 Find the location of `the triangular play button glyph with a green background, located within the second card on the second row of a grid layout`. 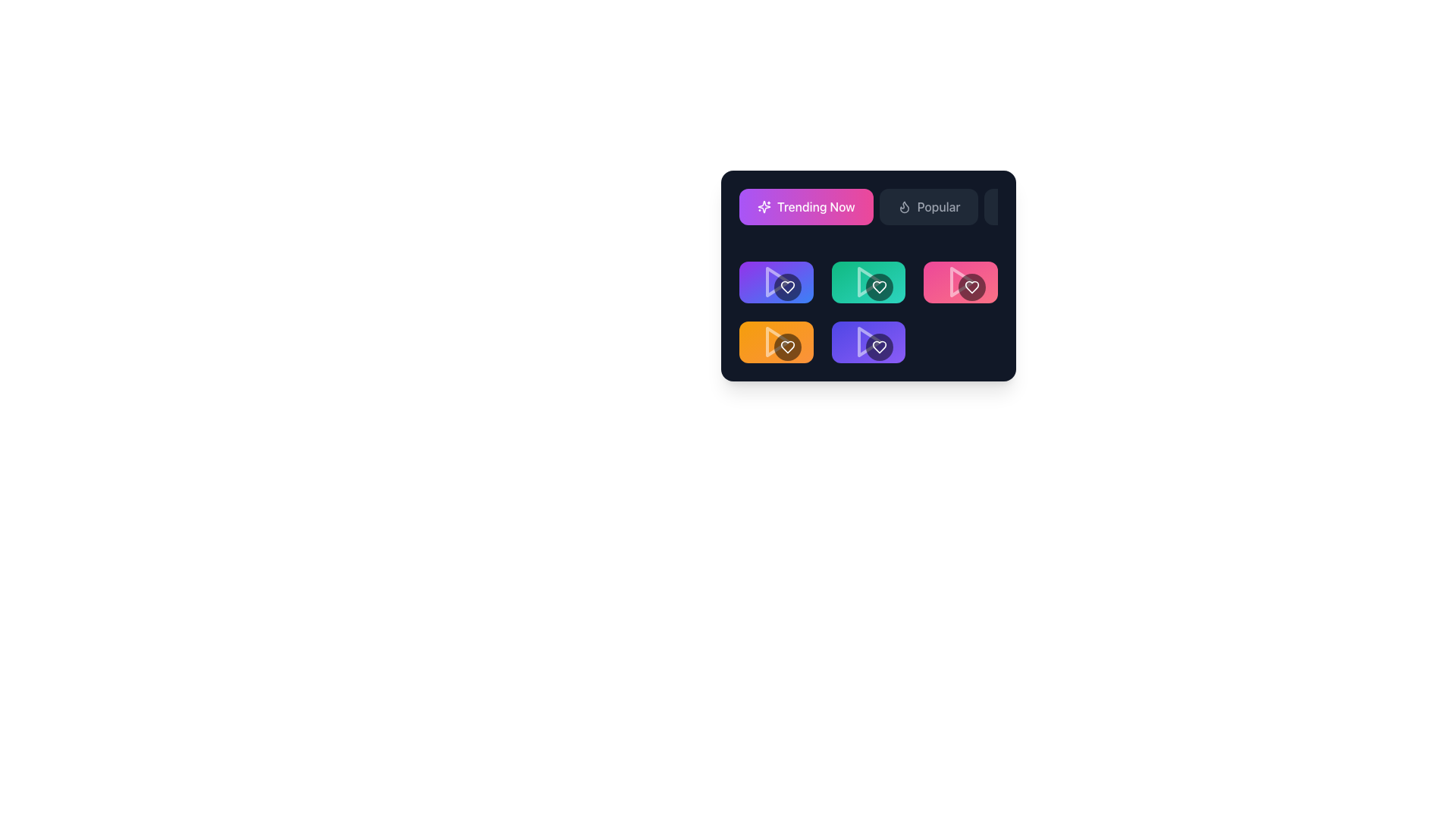

the triangular play button glyph with a green background, located within the second card on the second row of a grid layout is located at coordinates (870, 282).